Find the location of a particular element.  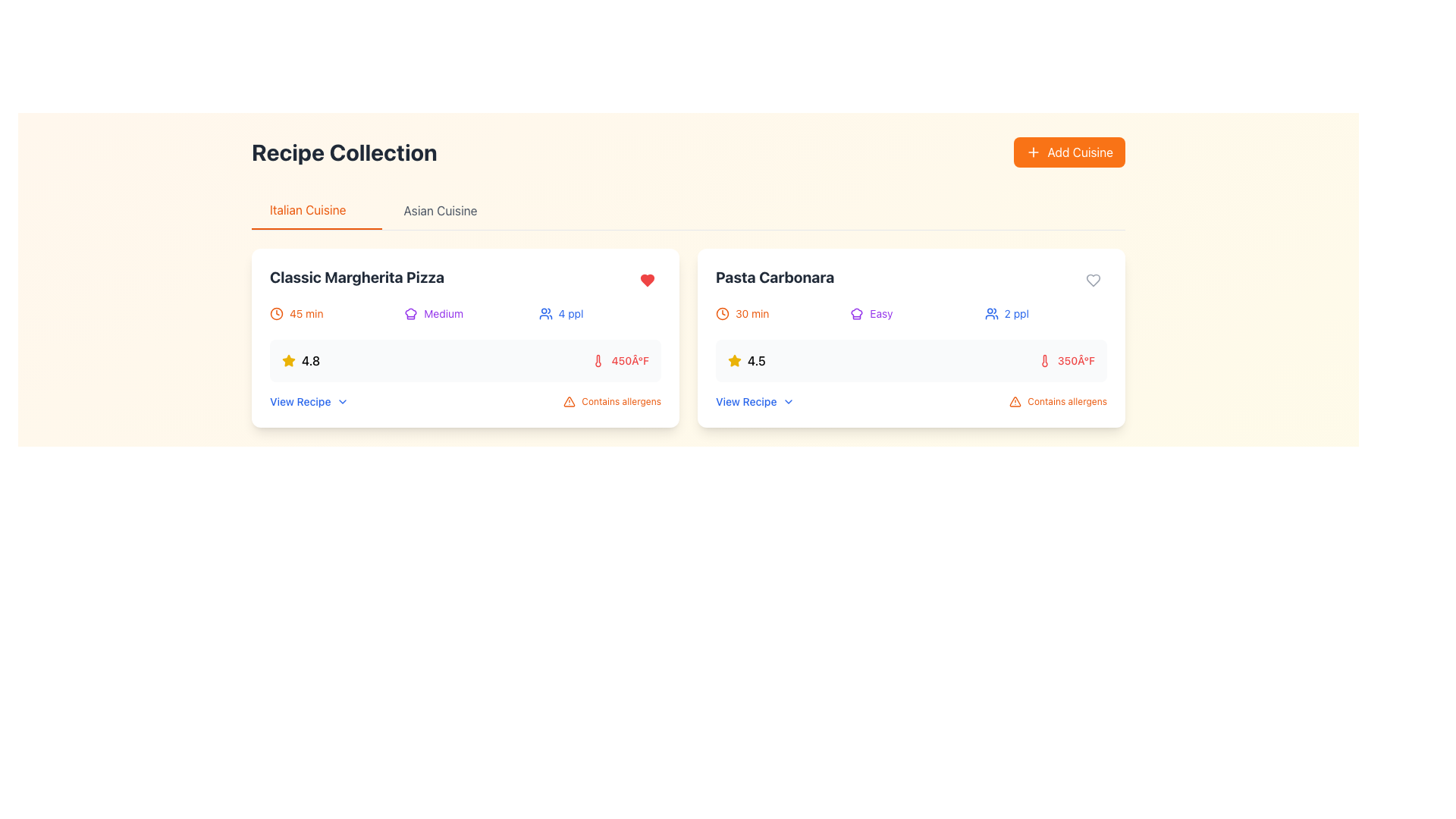

the static label with an orange warning triangle icon and the text 'Contains allergens' located in the bottom-right of the recipe details box for 'Pasta Carbonara' is located at coordinates (612, 400).